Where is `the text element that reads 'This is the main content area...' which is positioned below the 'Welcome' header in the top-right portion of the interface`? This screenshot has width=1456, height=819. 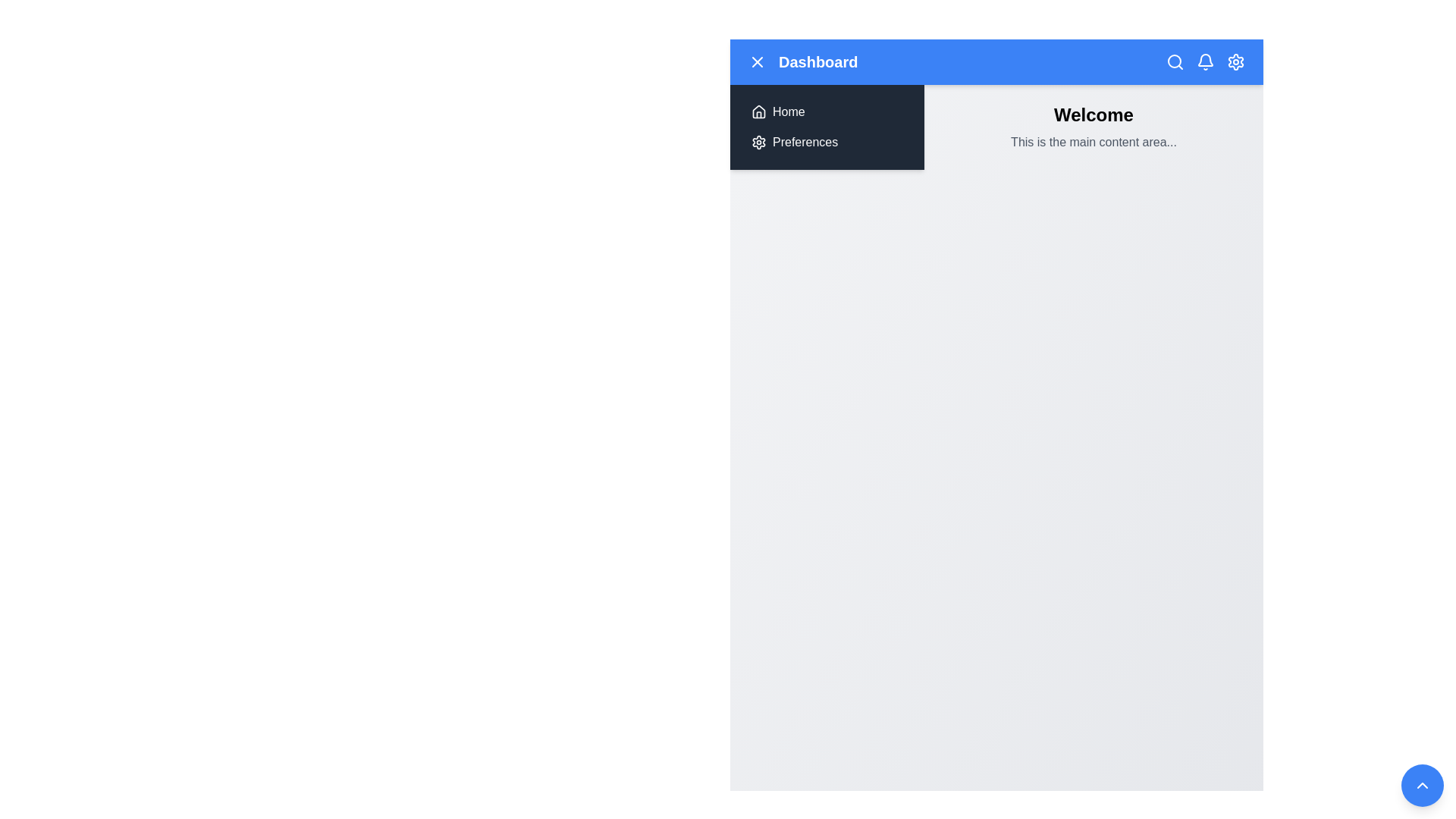 the text element that reads 'This is the main content area...' which is positioned below the 'Welcome' header in the top-right portion of the interface is located at coordinates (1094, 143).